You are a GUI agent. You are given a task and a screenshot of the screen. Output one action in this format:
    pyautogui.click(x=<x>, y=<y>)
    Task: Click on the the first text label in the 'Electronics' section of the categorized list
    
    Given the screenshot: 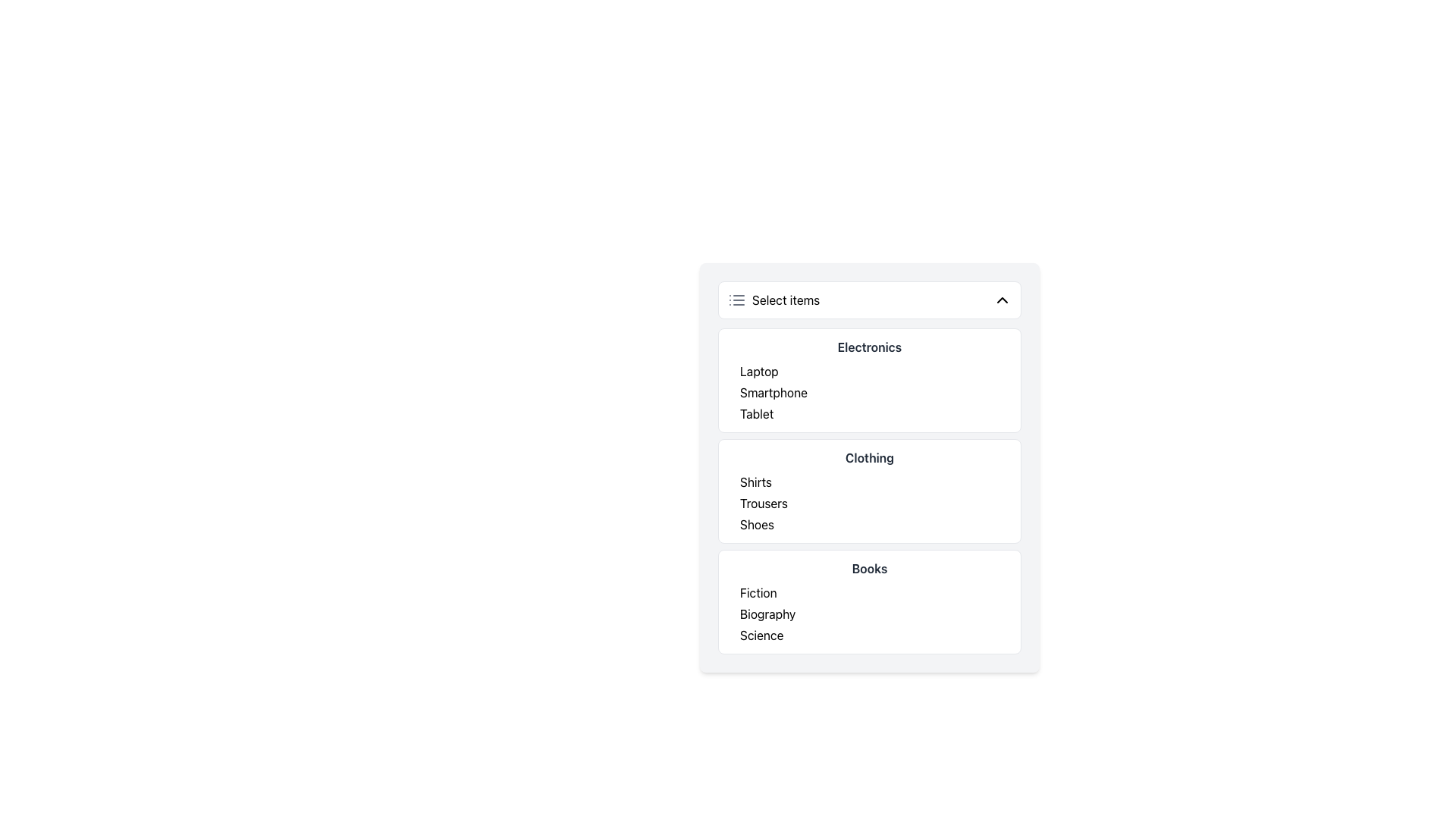 What is the action you would take?
    pyautogui.click(x=759, y=371)
    